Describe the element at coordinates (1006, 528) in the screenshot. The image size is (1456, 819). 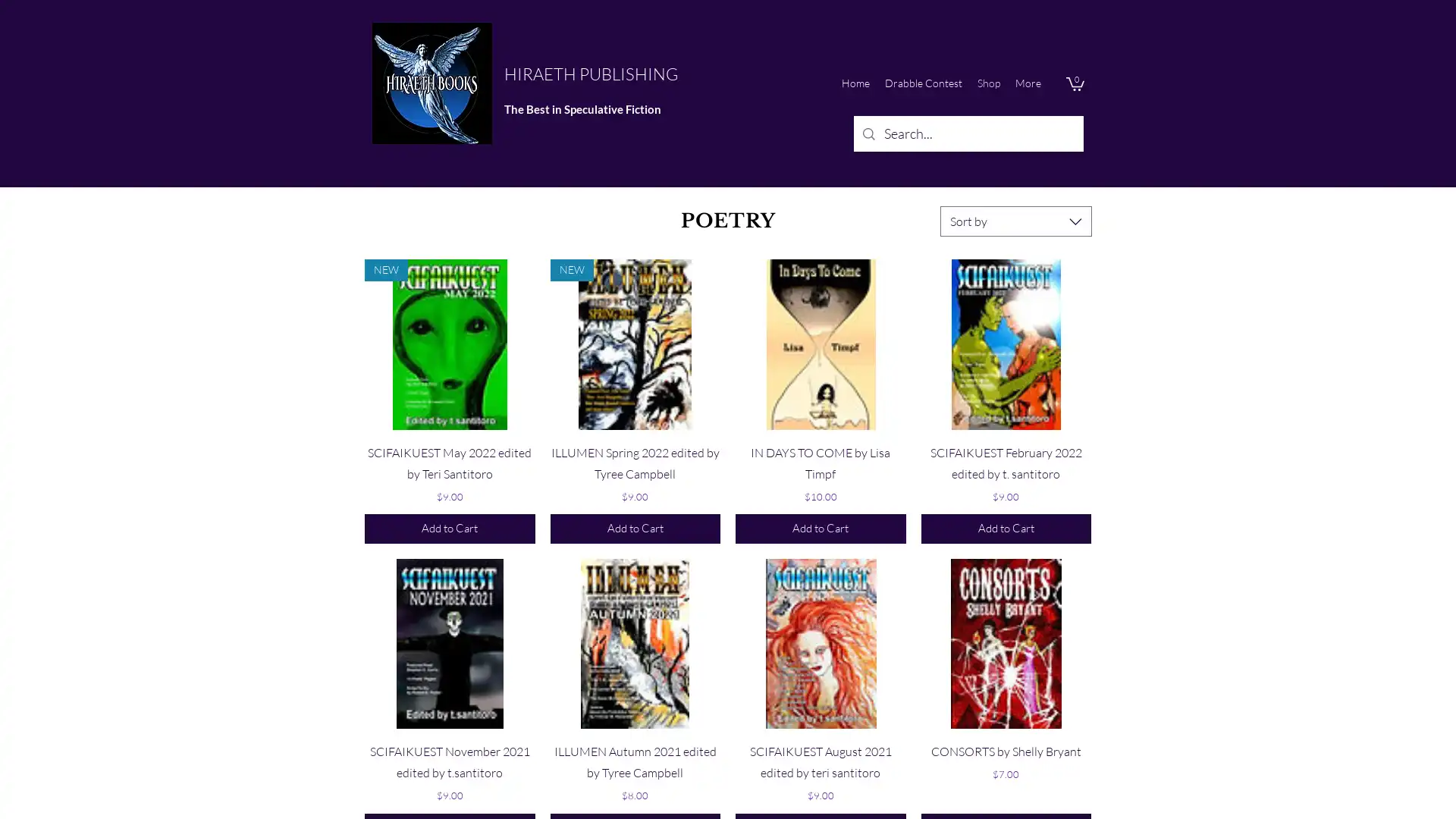
I see `Add to Cart` at that location.